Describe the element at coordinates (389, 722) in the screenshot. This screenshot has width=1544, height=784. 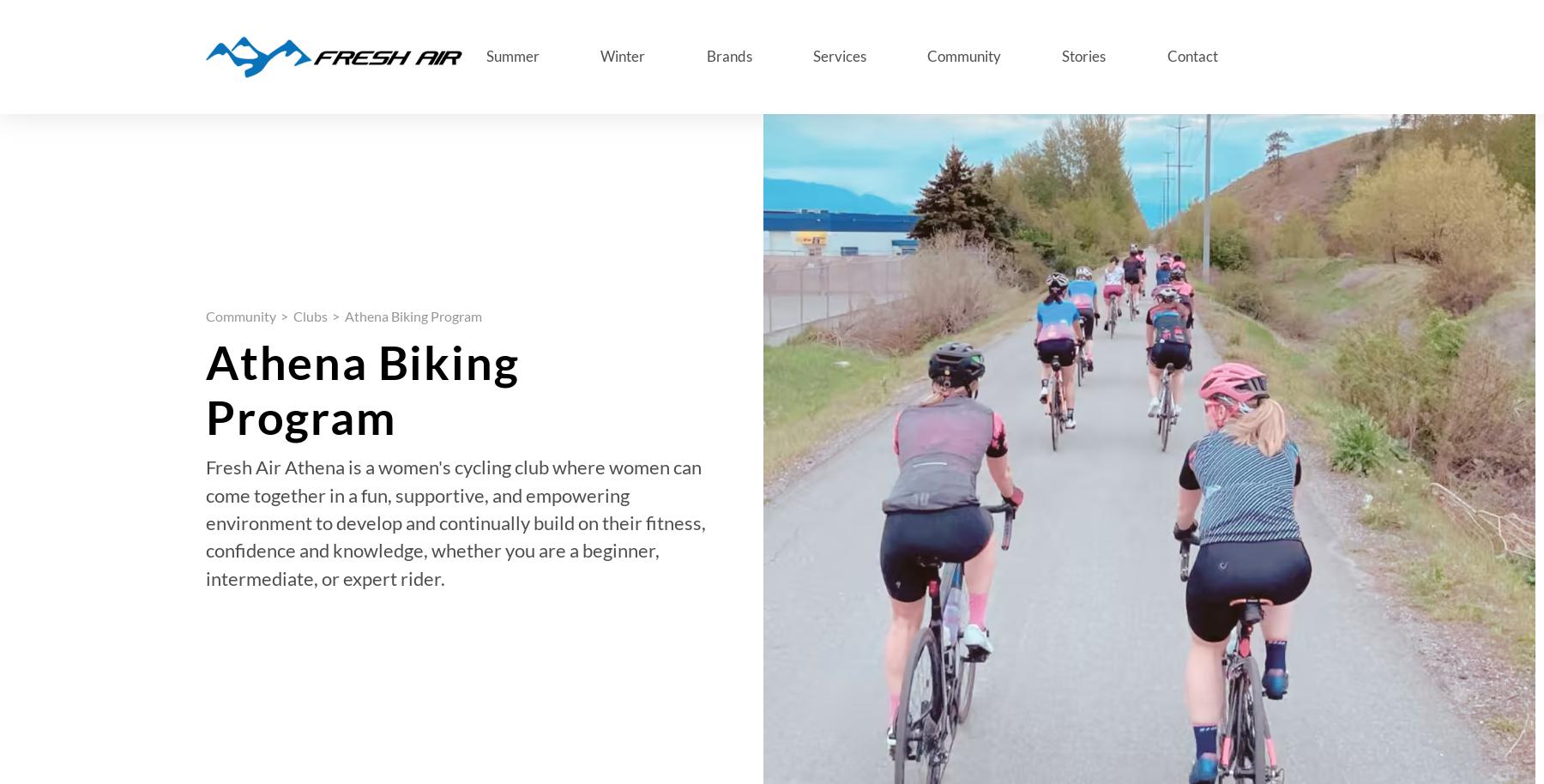
I see `'Fresh Air Mini Vlog 11: Taylor Swift, Bike Riding, Black Friday Coming up and the holidays'` at that location.